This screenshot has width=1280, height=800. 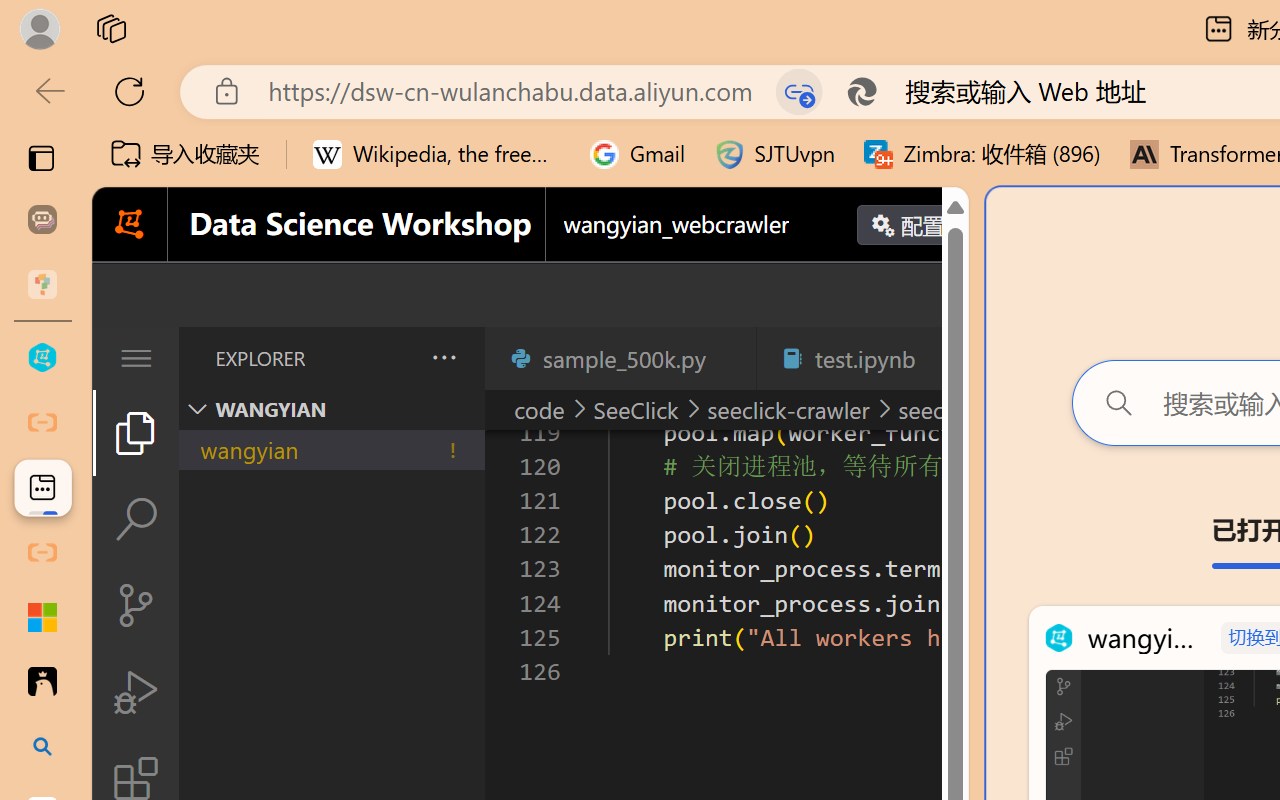 I want to click on 'Tab actions', so click(x=944, y=358).